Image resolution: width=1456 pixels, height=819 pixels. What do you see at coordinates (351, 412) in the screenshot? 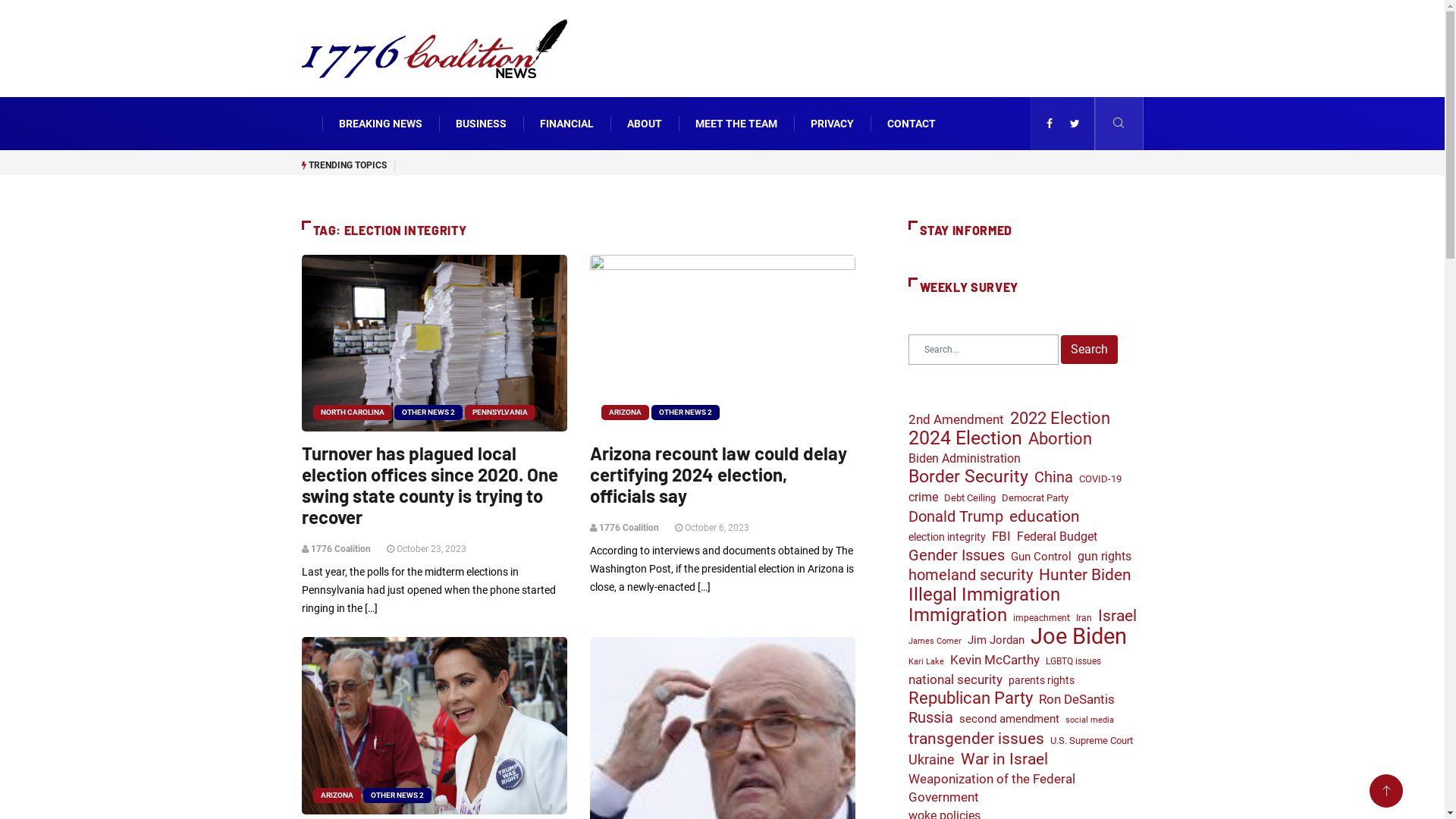
I see `'NORTH CAROLINA'` at bounding box center [351, 412].